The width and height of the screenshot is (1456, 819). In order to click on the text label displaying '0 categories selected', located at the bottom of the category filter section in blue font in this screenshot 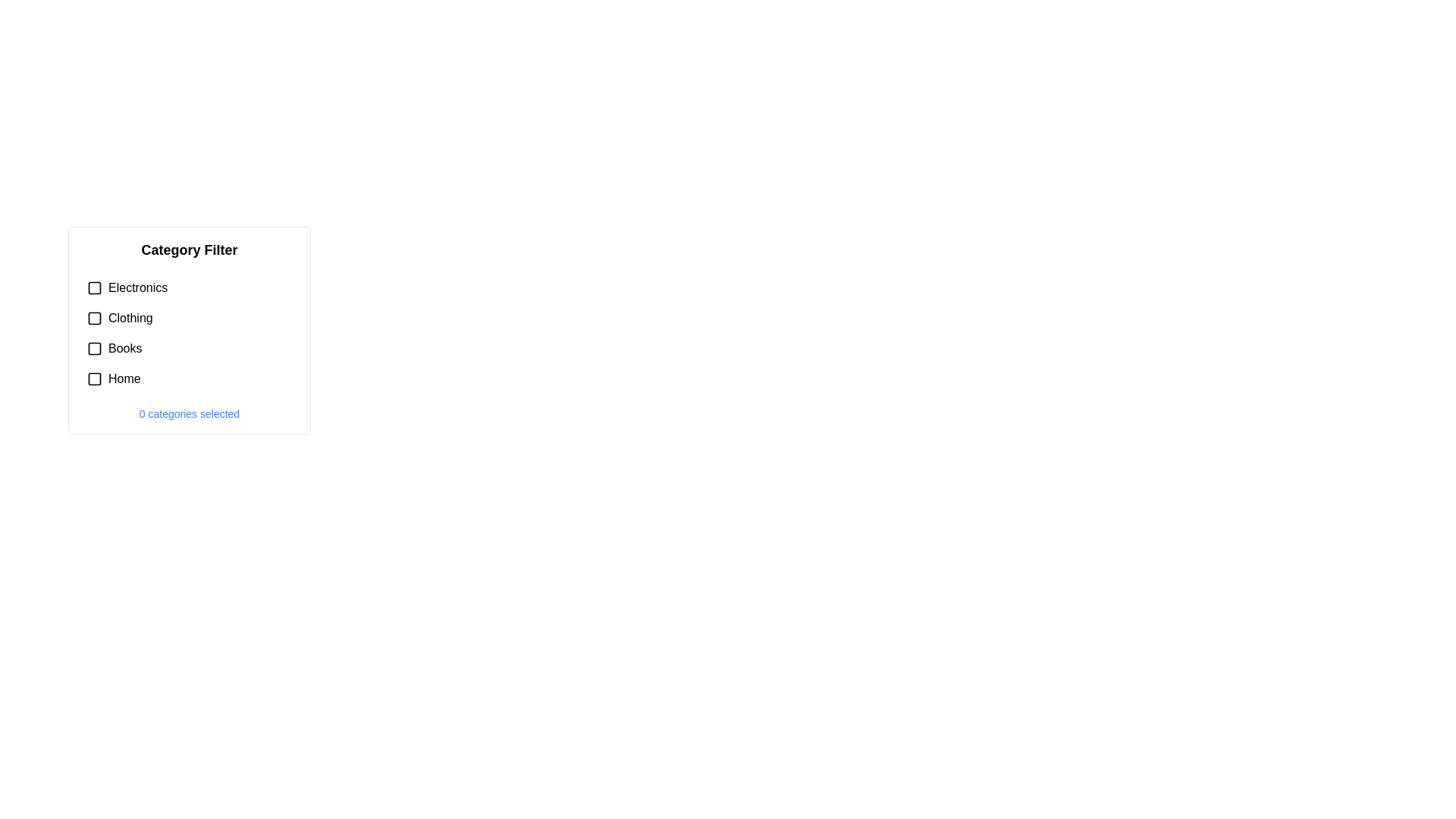, I will do `click(188, 414)`.